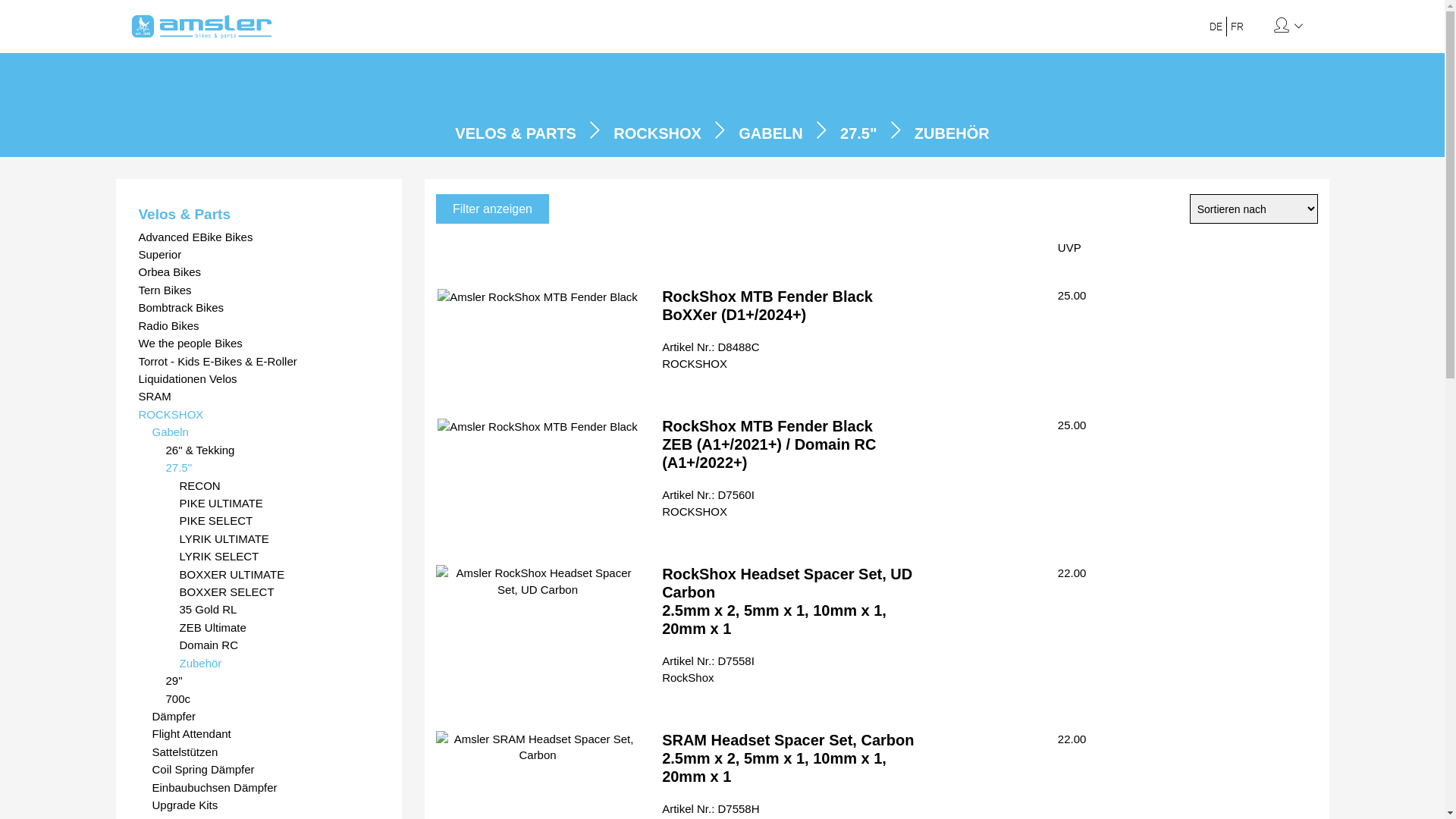 The height and width of the screenshot is (819, 1456). What do you see at coordinates (279, 574) in the screenshot?
I see `'BOXXER ULTIMATE'` at bounding box center [279, 574].